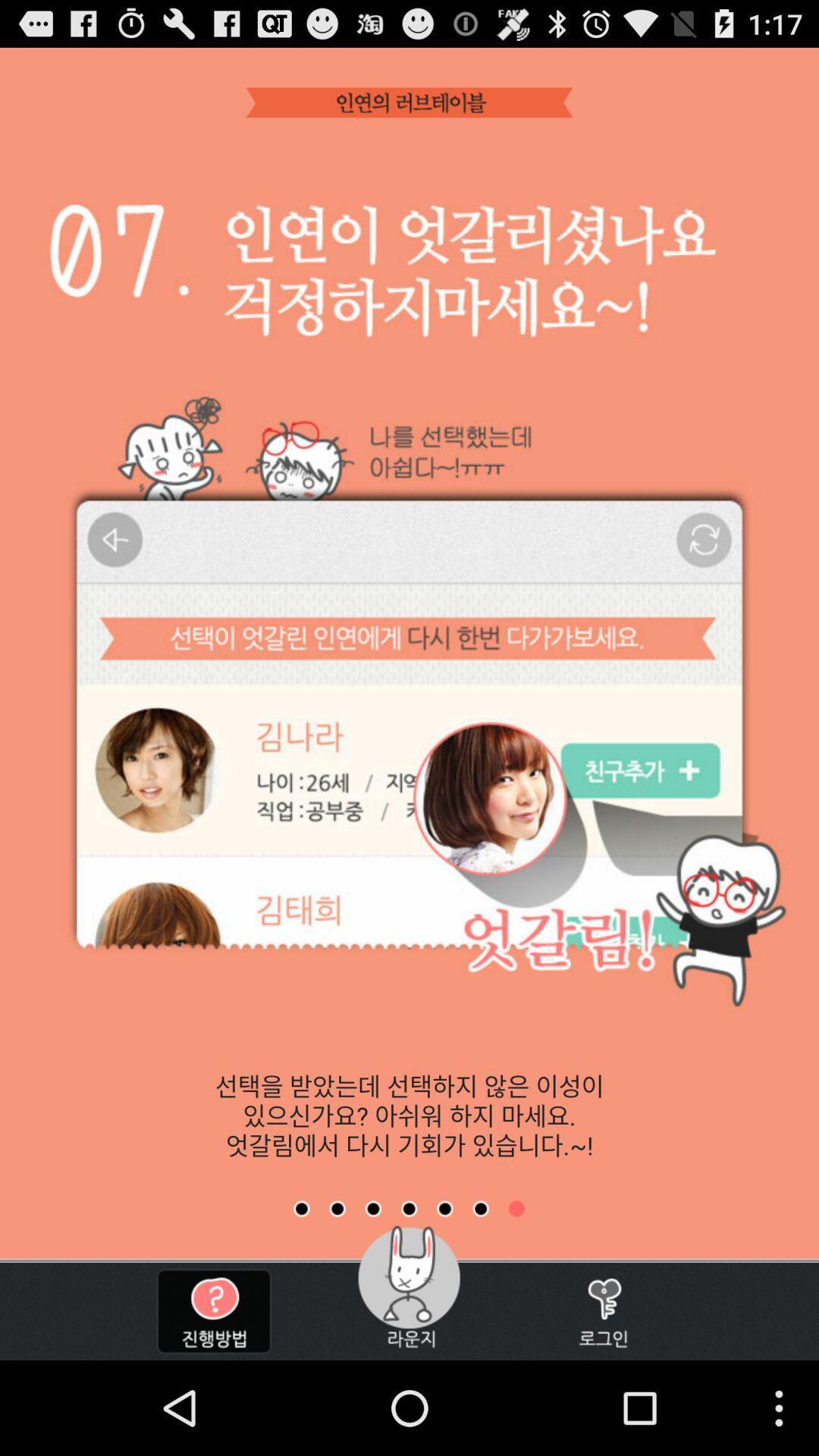 Image resolution: width=819 pixels, height=1456 pixels. I want to click on 2nd dot for loading, so click(337, 1208).